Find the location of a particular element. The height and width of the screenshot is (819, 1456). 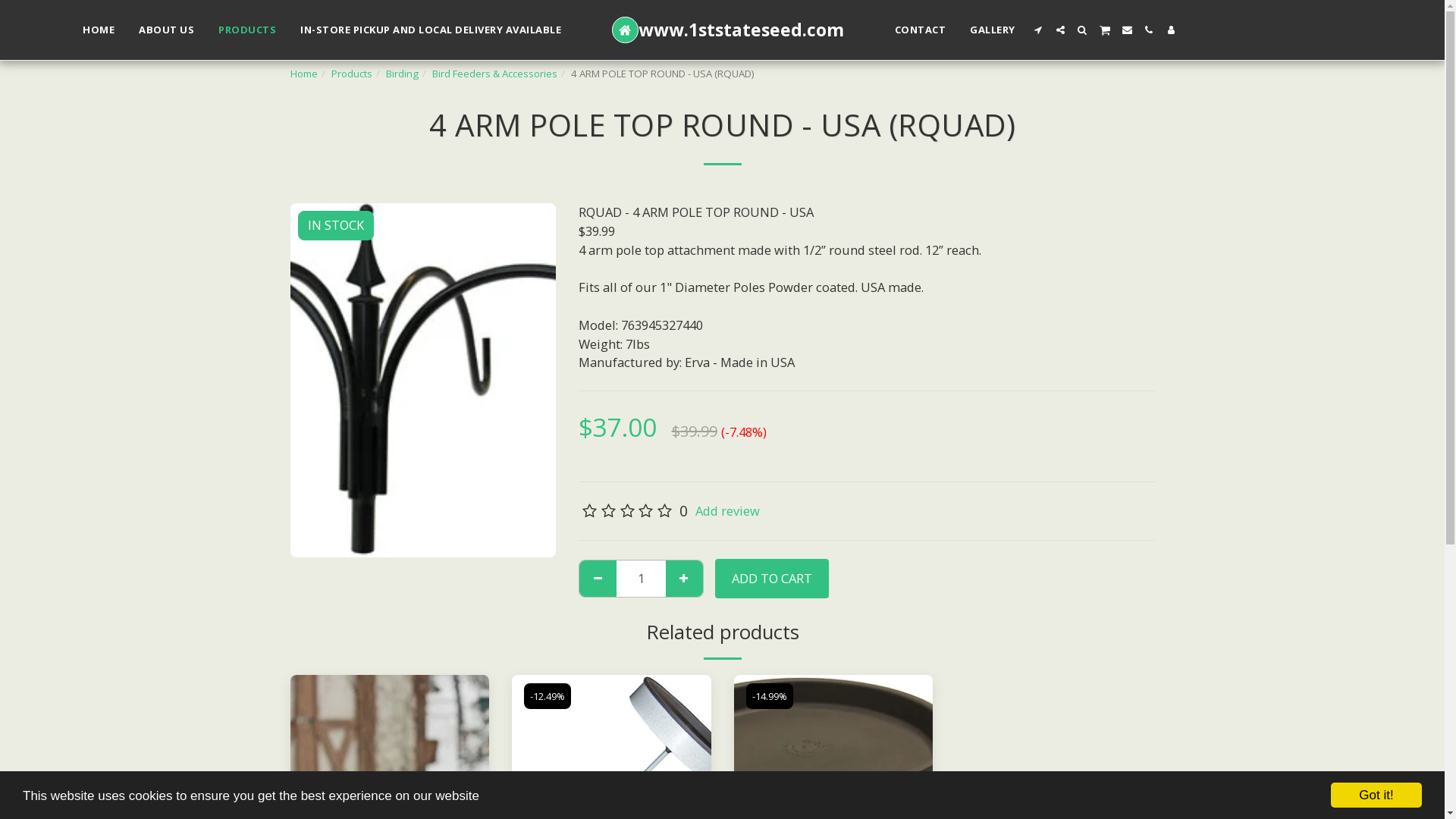

'Home' is located at coordinates (290, 73).